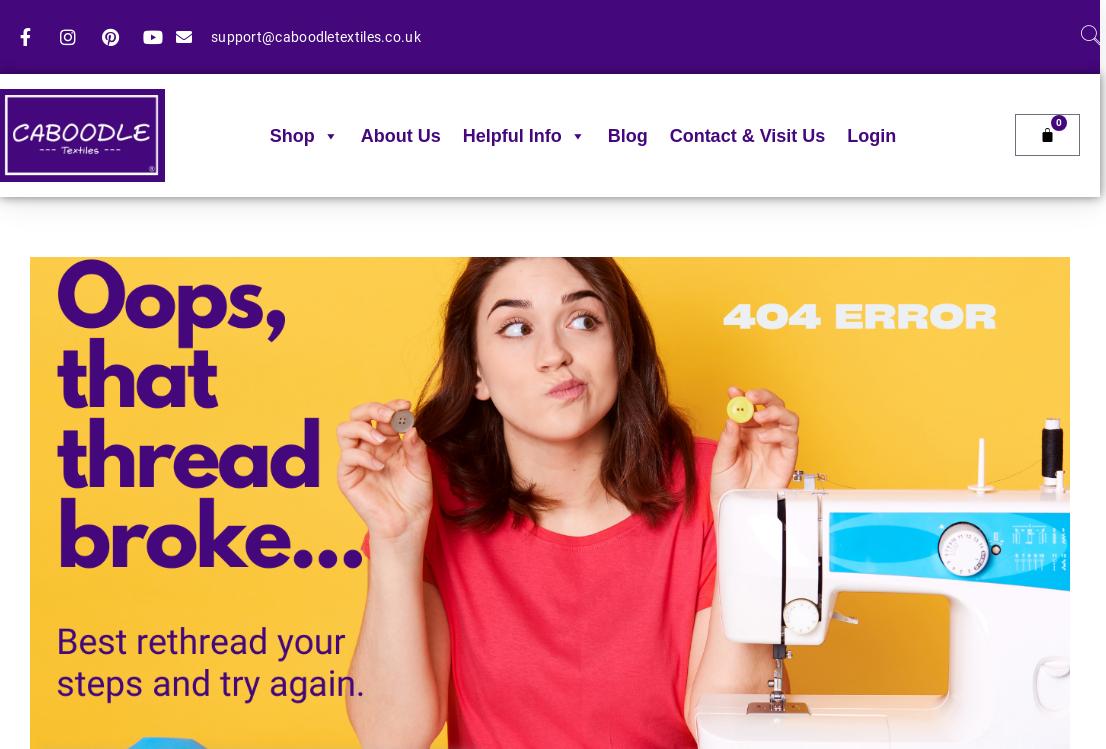 Image resolution: width=1106 pixels, height=749 pixels. I want to click on 'Delivery', so click(489, 255).